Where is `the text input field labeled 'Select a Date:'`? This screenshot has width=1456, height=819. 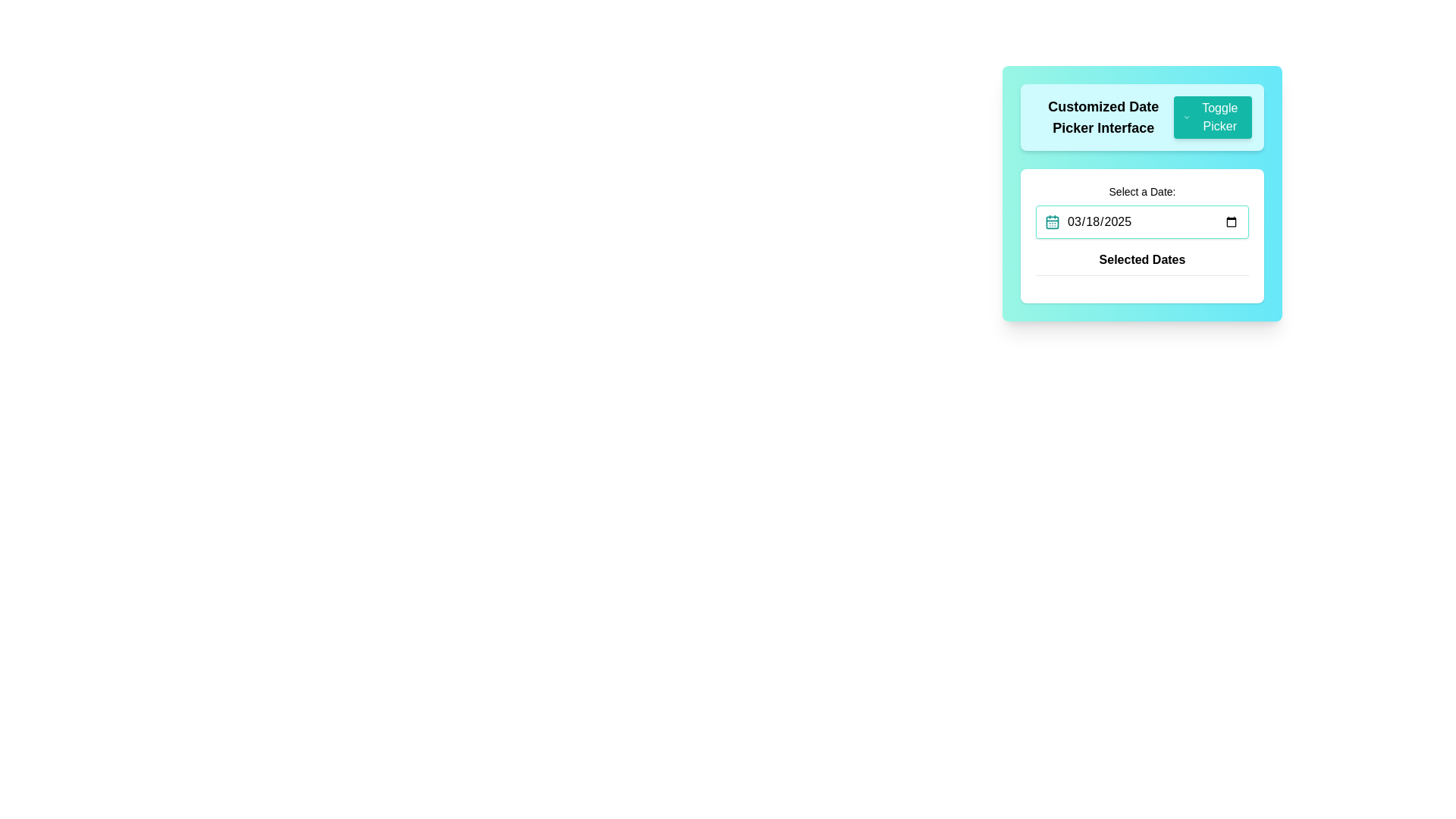 the text input field labeled 'Select a Date:' is located at coordinates (1142, 211).